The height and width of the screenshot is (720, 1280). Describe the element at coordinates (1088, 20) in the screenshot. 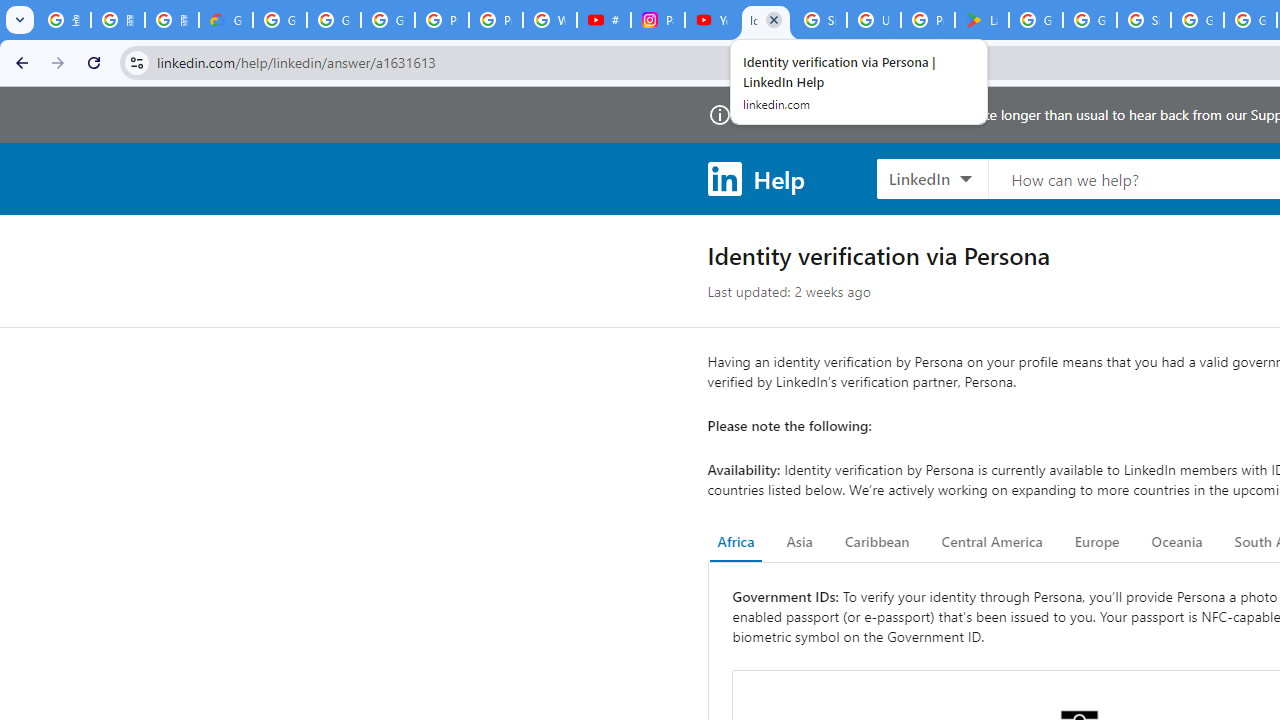

I see `'Google Workspace - Specific Terms'` at that location.